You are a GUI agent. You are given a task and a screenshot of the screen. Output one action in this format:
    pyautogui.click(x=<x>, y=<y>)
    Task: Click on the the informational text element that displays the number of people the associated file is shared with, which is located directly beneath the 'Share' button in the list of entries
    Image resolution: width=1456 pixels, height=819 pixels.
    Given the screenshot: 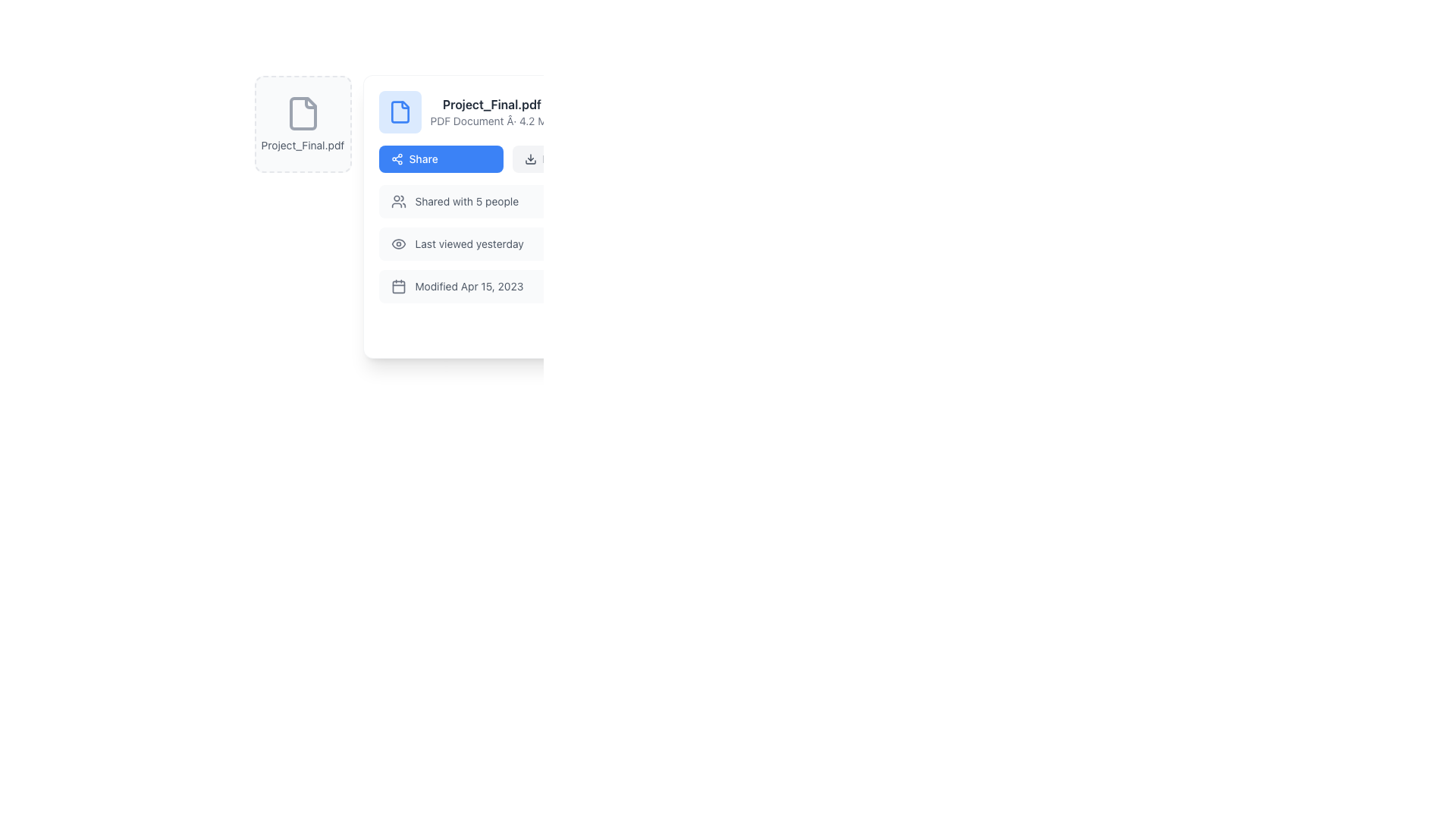 What is the action you would take?
    pyautogui.click(x=507, y=201)
    